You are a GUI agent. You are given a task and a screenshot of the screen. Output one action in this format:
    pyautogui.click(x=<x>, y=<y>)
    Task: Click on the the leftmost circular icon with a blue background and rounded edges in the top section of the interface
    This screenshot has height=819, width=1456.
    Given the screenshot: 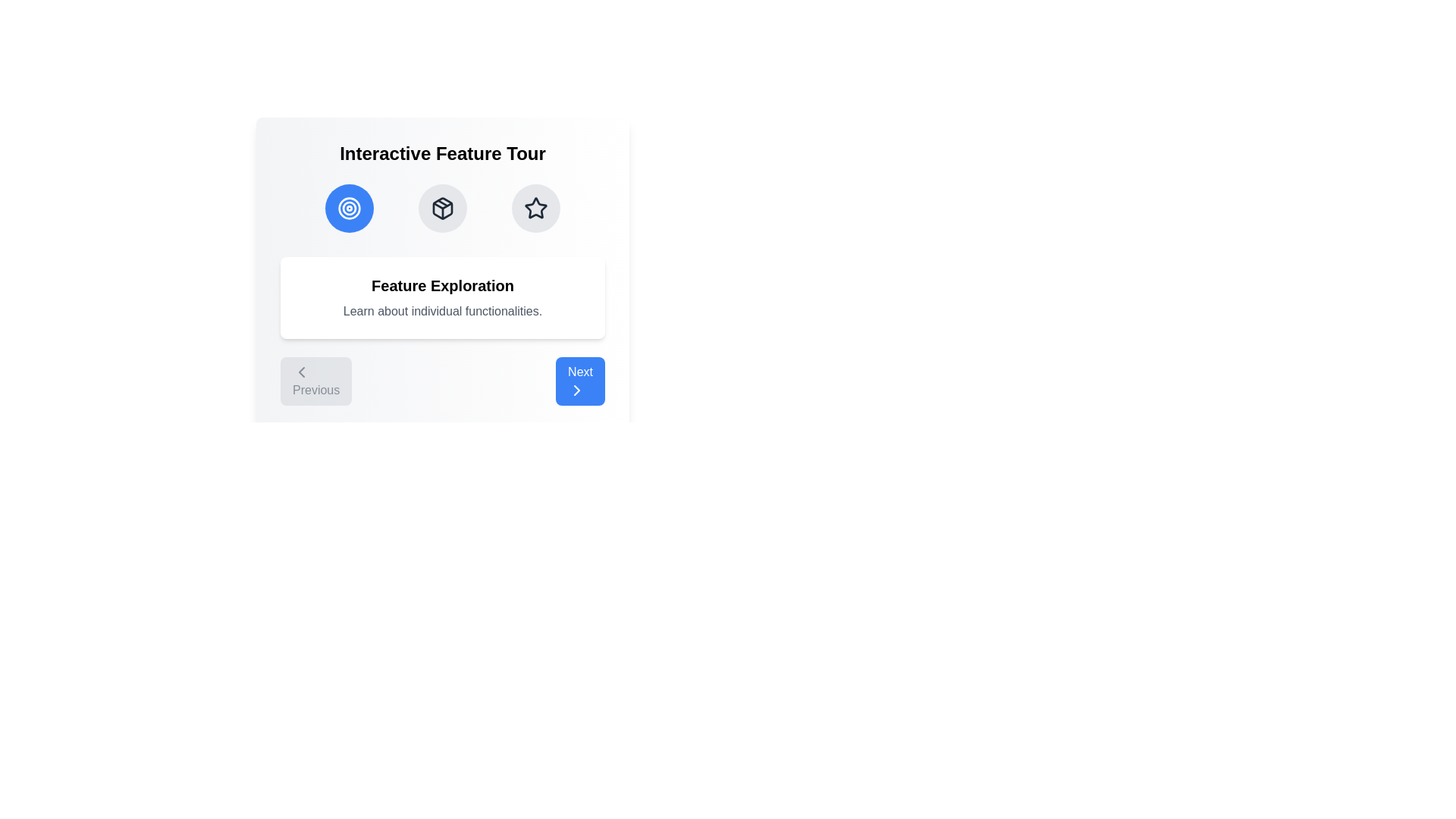 What is the action you would take?
    pyautogui.click(x=348, y=208)
    